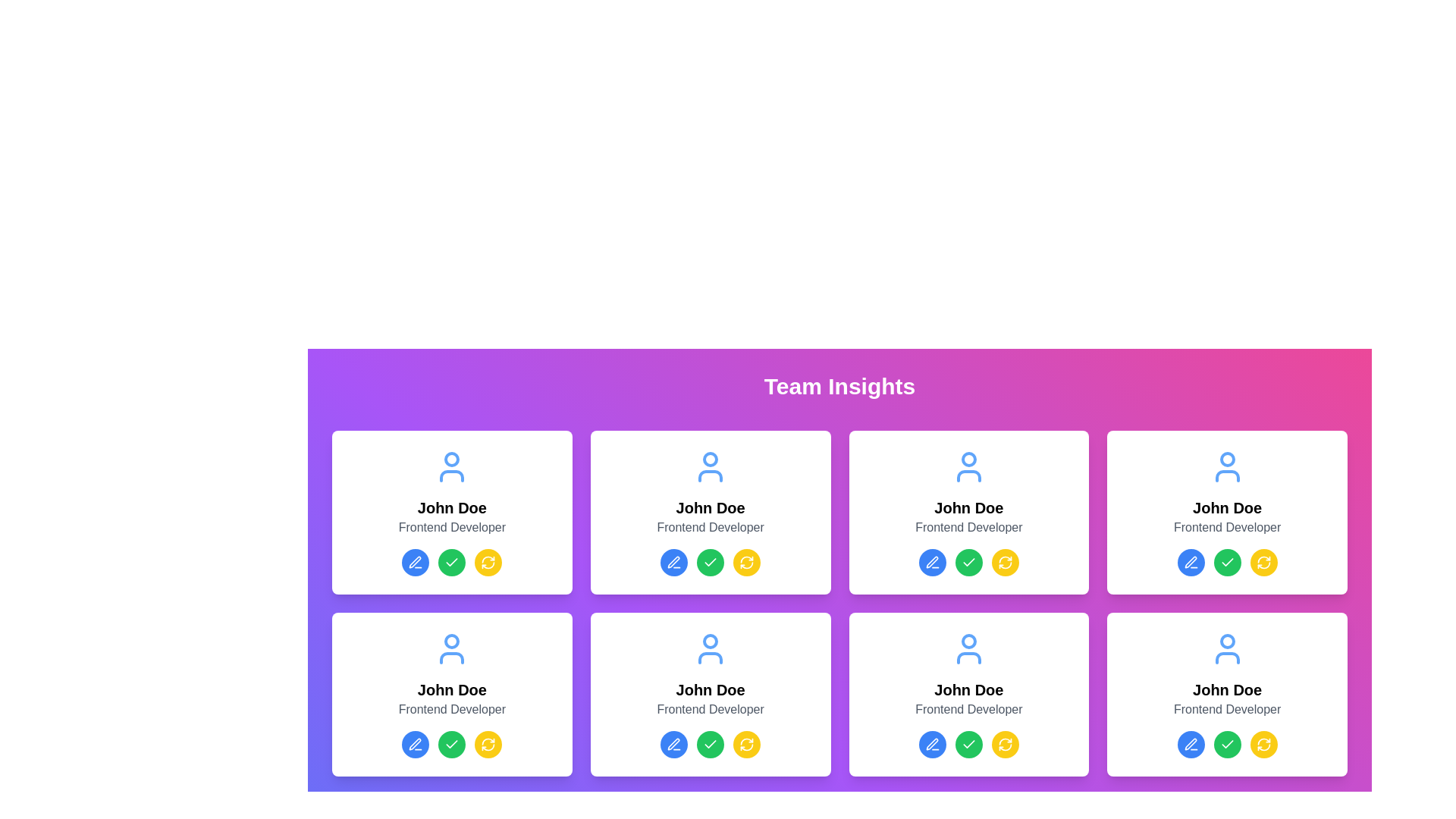  What do you see at coordinates (1227, 641) in the screenshot?
I see `the circular shape located at the top center of the user profile icon in the bottom-right card of a 2x4 grid layout` at bounding box center [1227, 641].